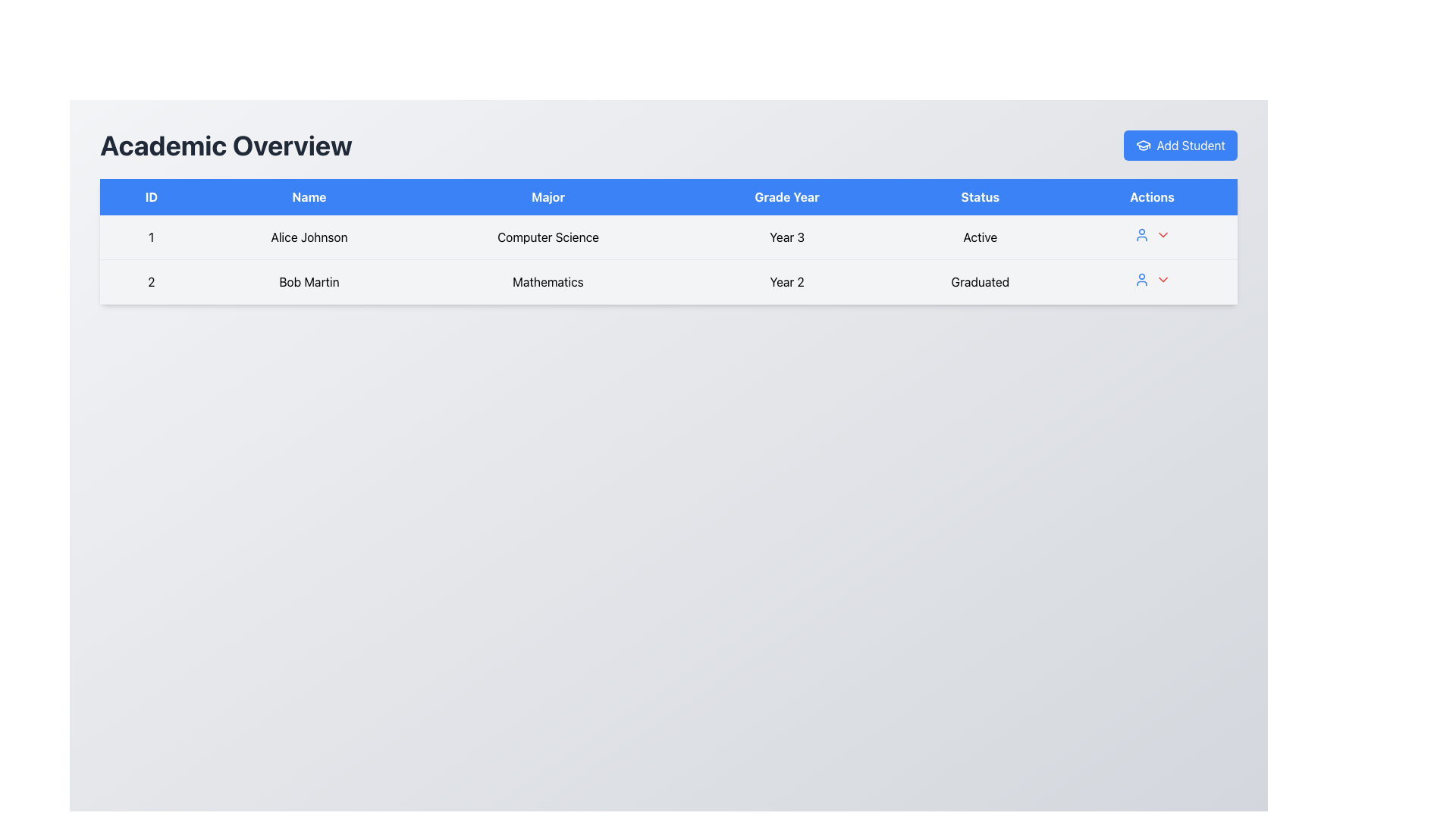  Describe the element at coordinates (309, 196) in the screenshot. I see `the Table Column Header labeled 'Name', which is the second column header in the table with a blue background and white bold text` at that location.